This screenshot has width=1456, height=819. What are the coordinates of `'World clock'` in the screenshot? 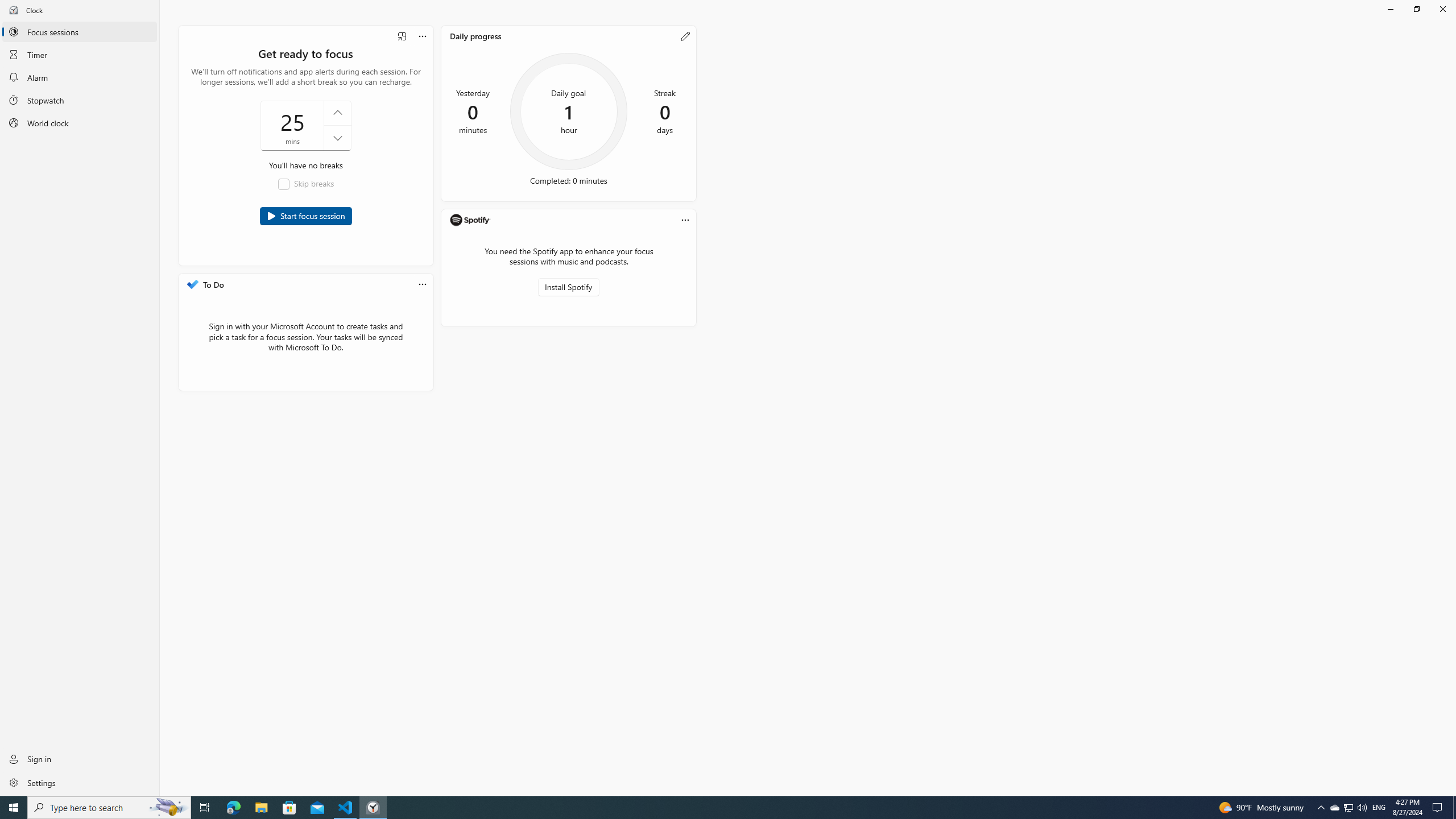 It's located at (79, 122).